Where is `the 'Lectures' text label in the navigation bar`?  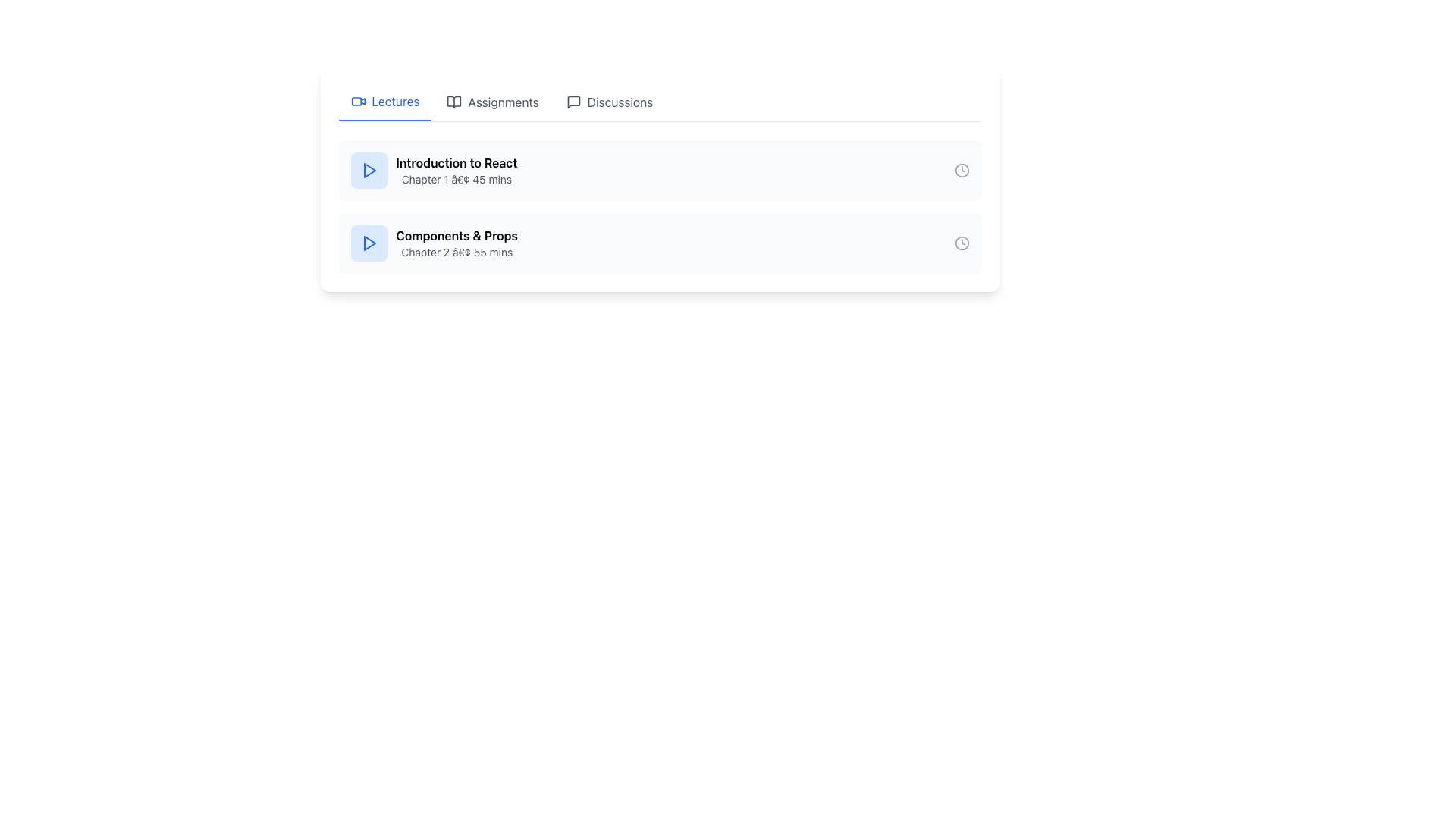
the 'Lectures' text label in the navigation bar is located at coordinates (396, 102).